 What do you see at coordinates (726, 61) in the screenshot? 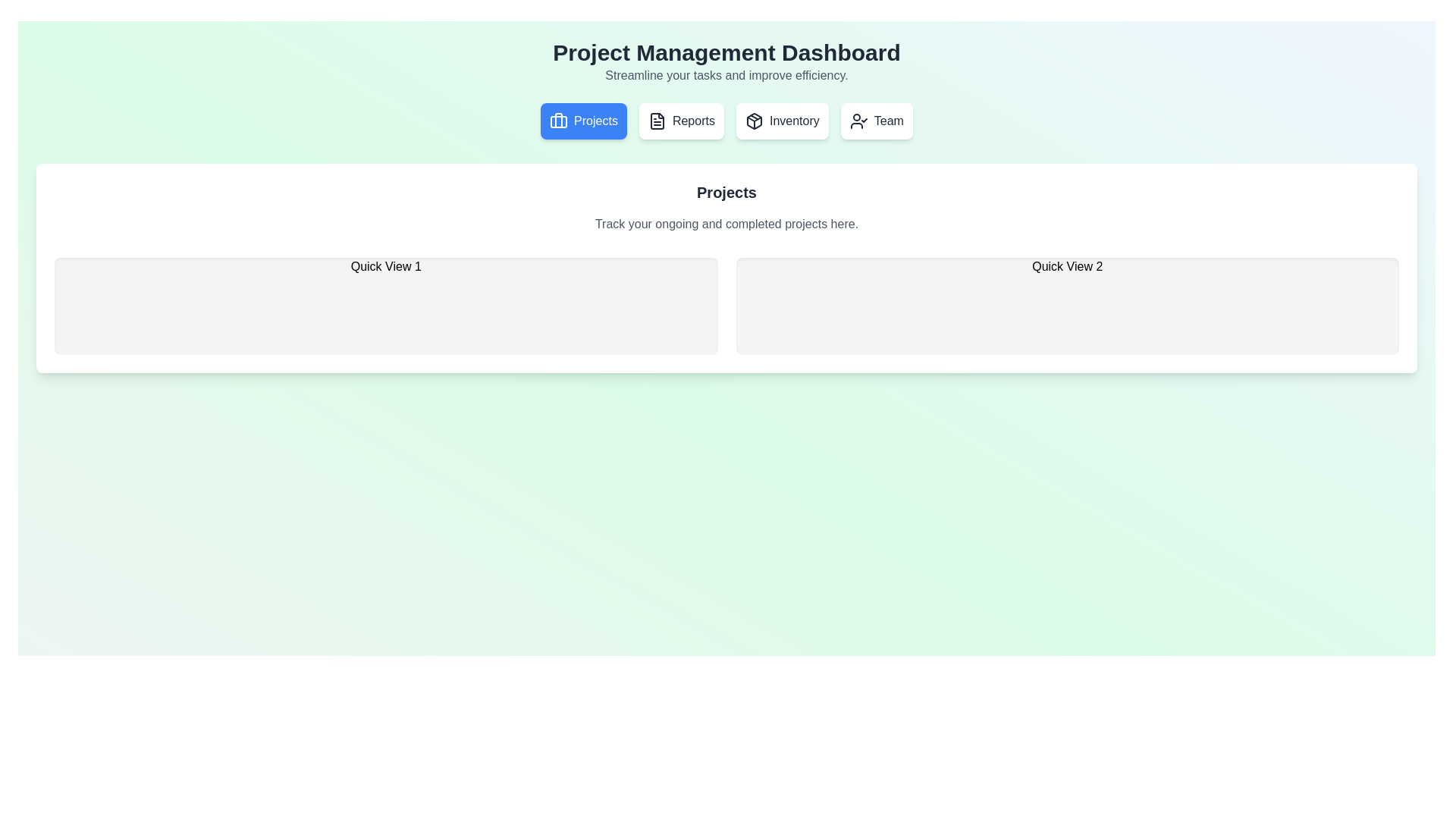
I see `the Text Content Block located at the top of the interface, which serves as the title and introductory statement for the page` at bounding box center [726, 61].